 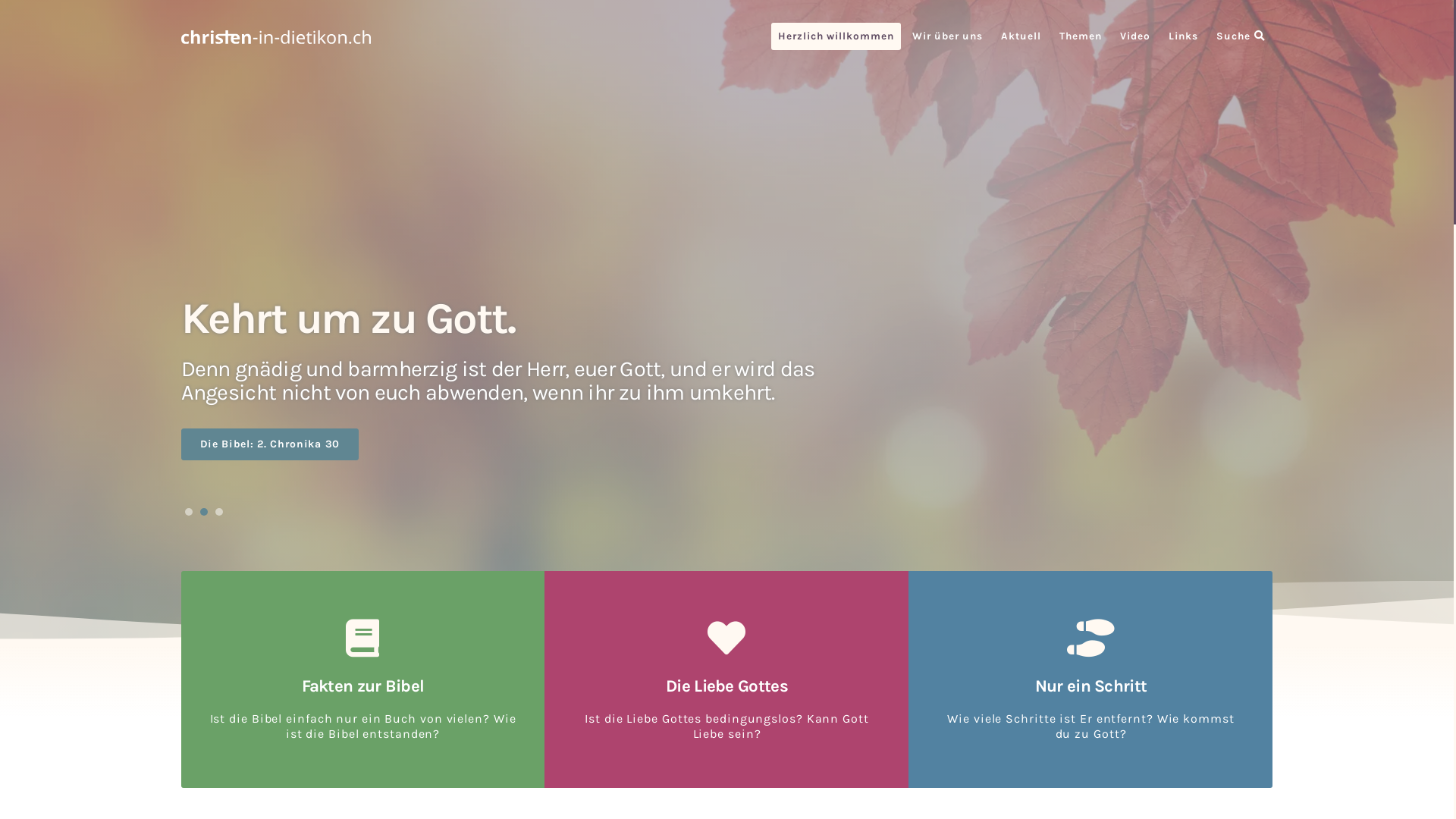 I want to click on 'Aktuell', so click(x=1021, y=35).